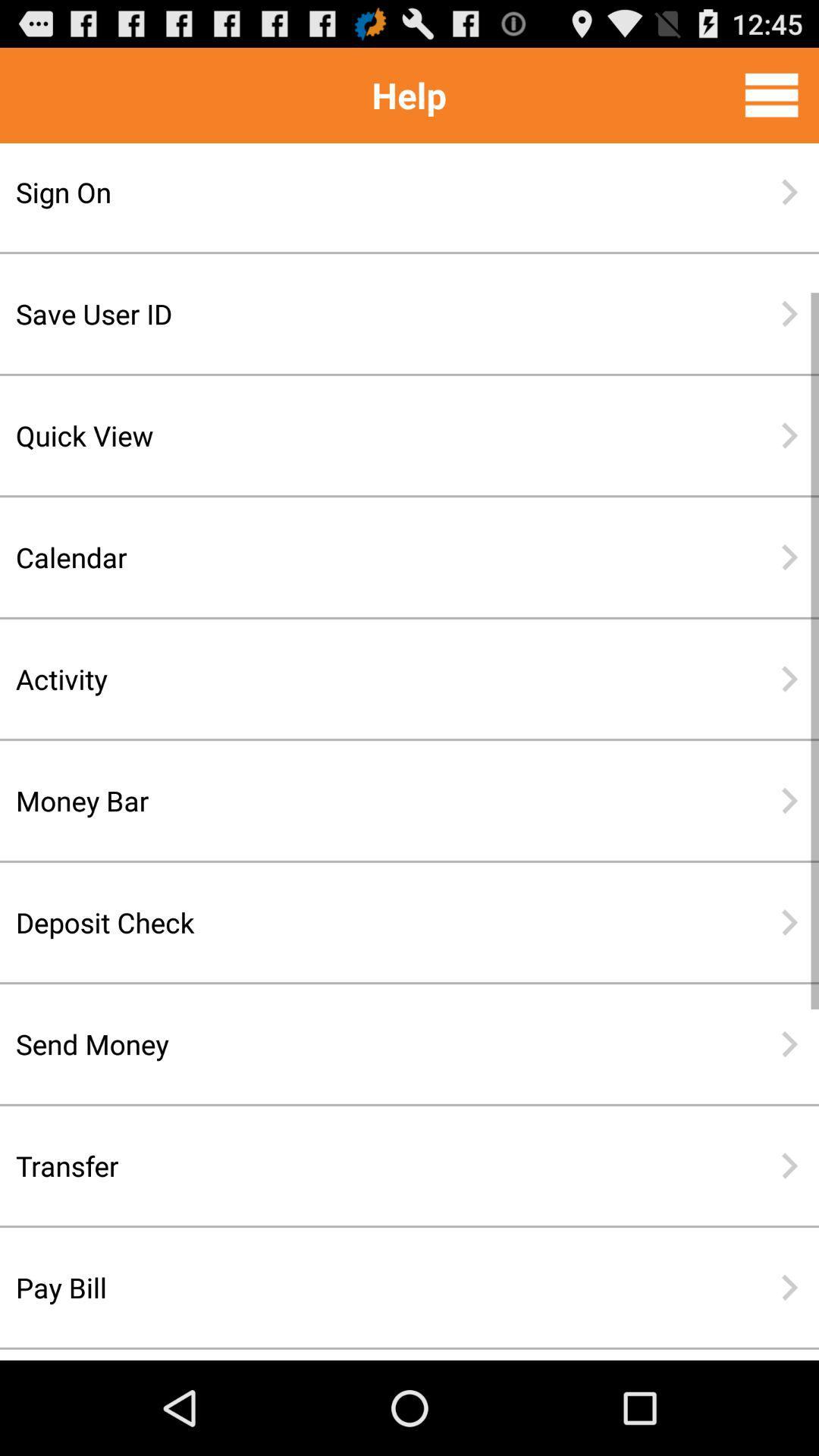 The height and width of the screenshot is (1456, 819). I want to click on icon to the right of send money icon, so click(789, 1043).